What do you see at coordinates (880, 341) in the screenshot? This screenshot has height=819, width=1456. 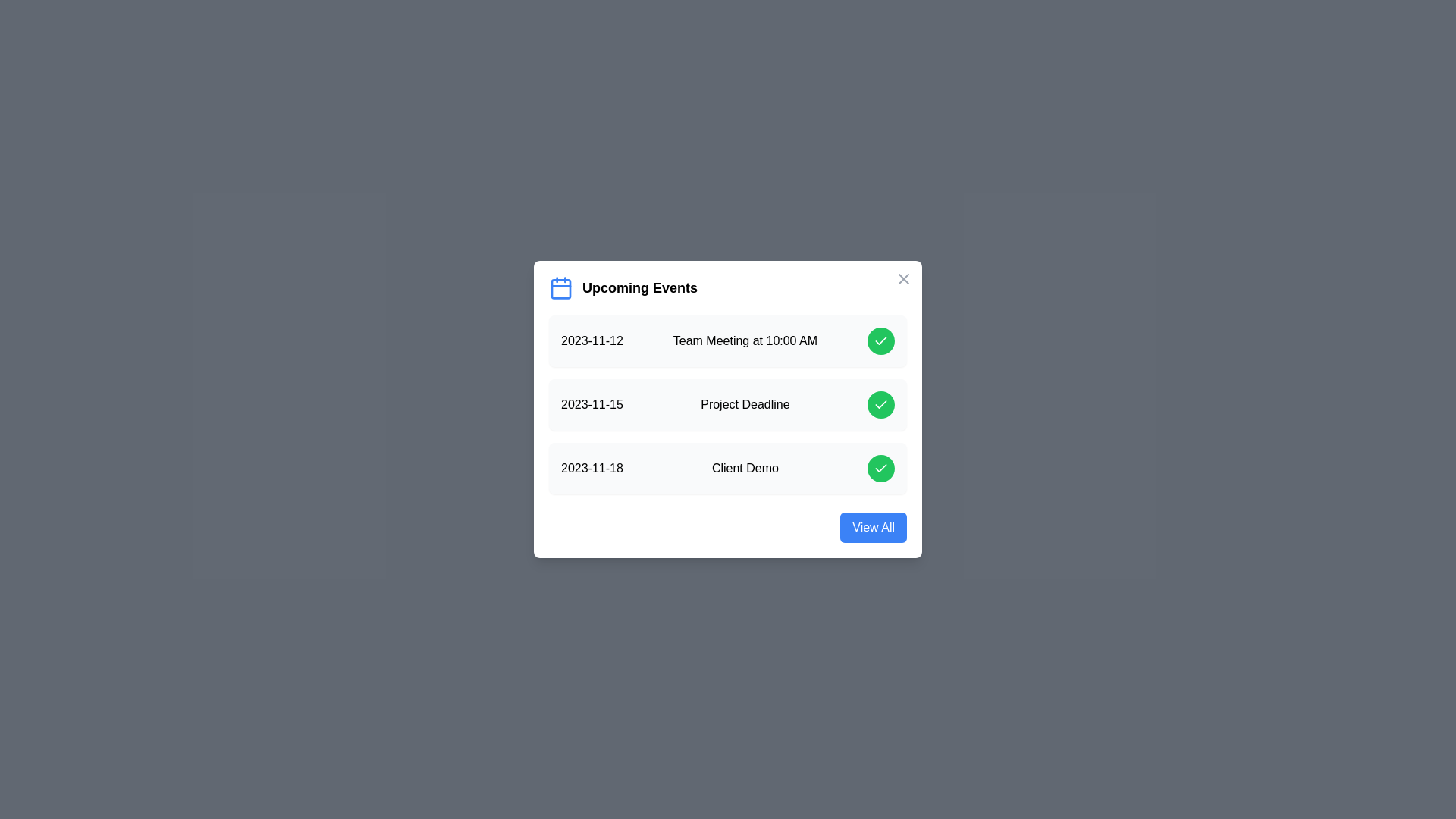 I see `green check button for the event Team Meeting at 10:00 AM` at bounding box center [880, 341].